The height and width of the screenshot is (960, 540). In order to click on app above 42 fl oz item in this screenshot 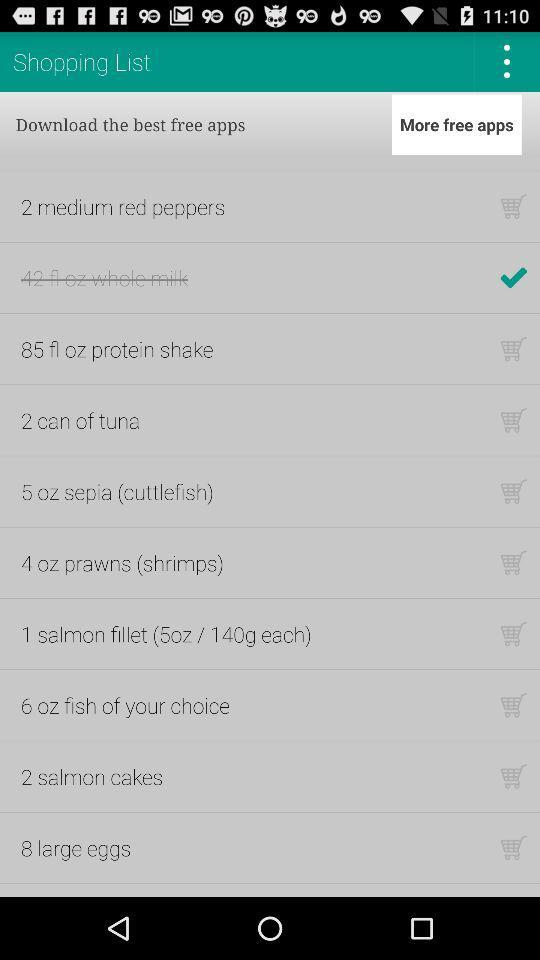, I will do `click(123, 206)`.